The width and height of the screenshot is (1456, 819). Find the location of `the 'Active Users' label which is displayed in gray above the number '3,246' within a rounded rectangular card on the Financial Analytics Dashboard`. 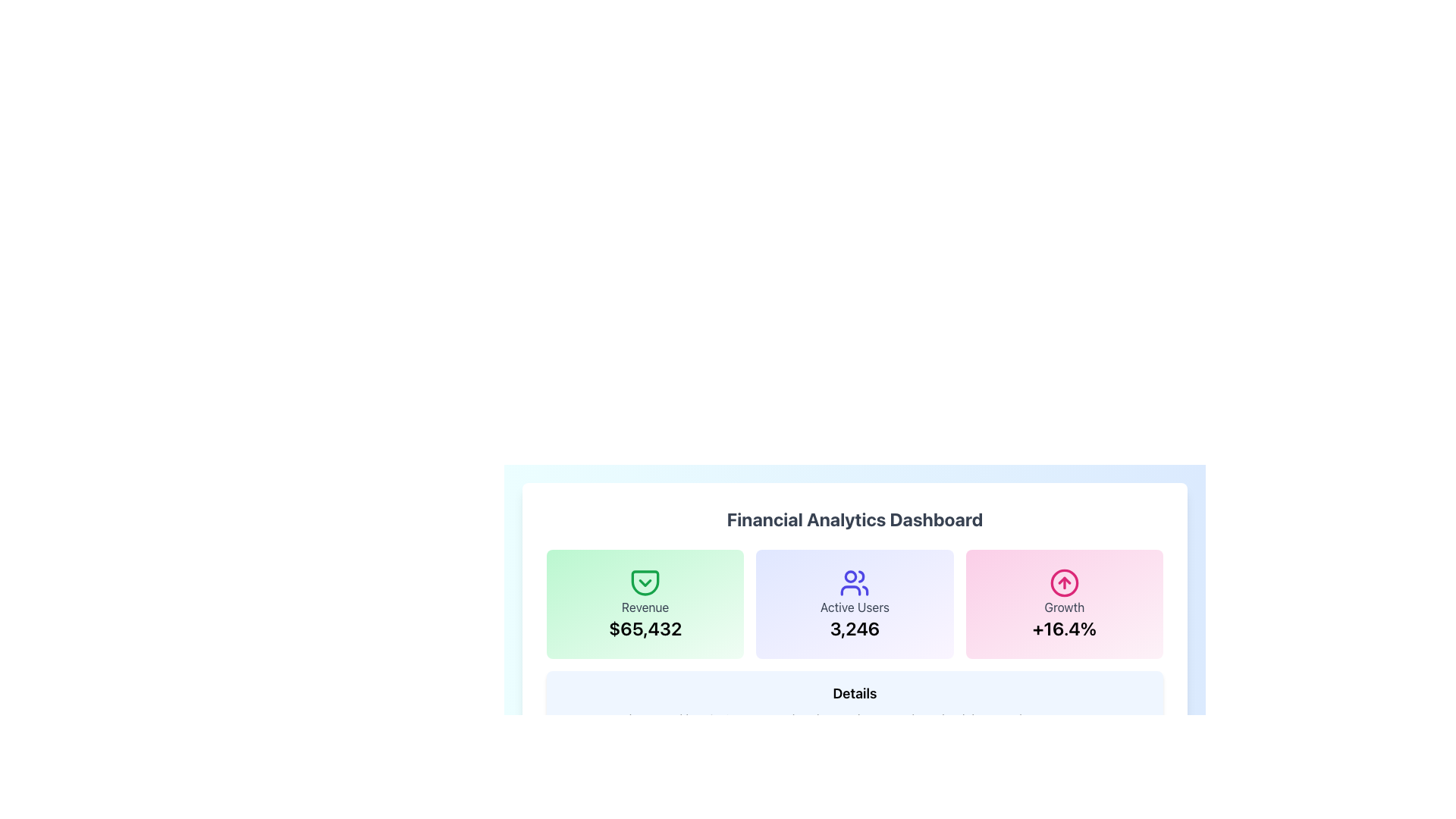

the 'Active Users' label which is displayed in gray above the number '3,246' within a rounded rectangular card on the Financial Analytics Dashboard is located at coordinates (855, 607).